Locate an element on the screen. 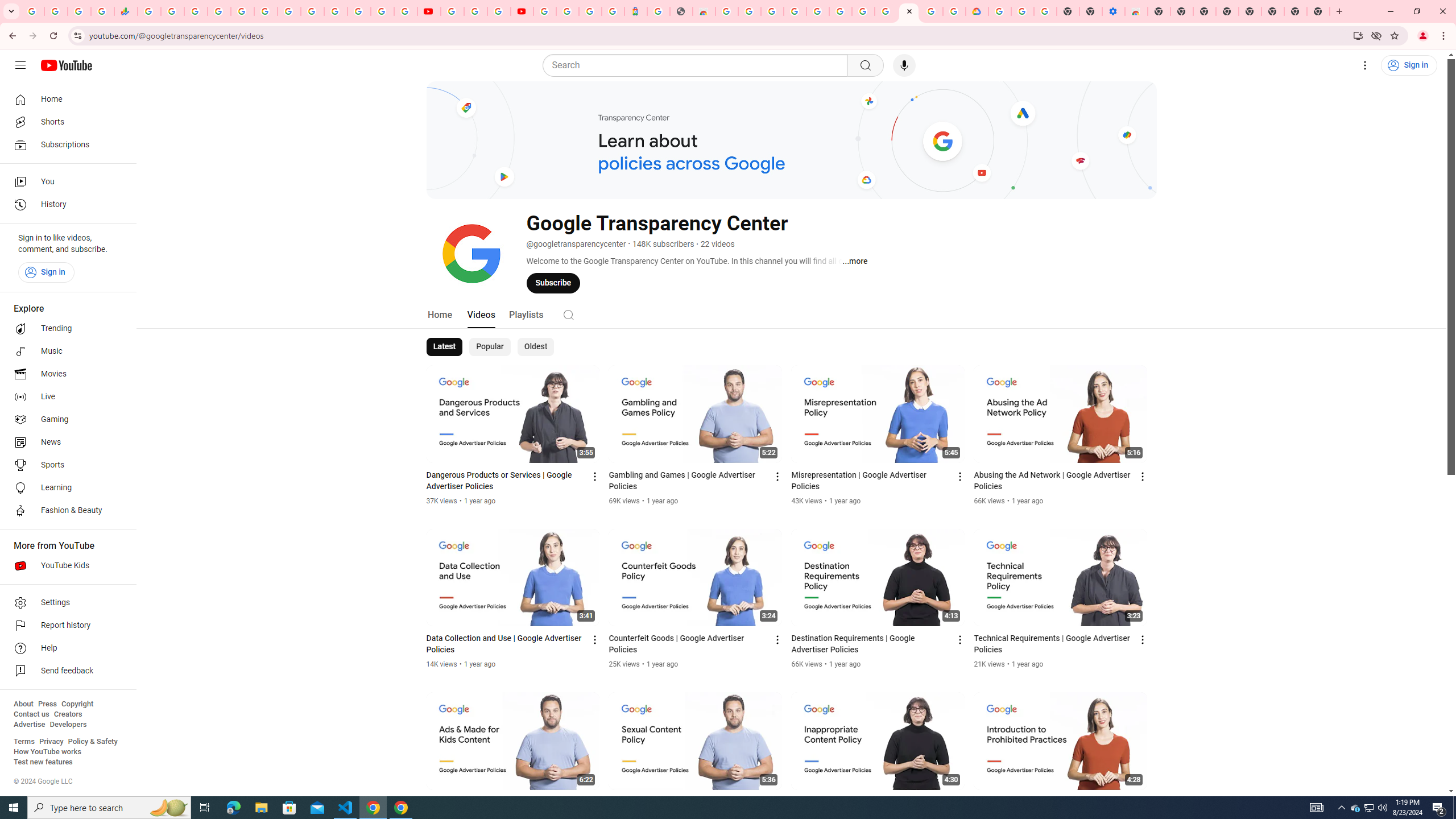  'Learning' is located at coordinates (64, 487).